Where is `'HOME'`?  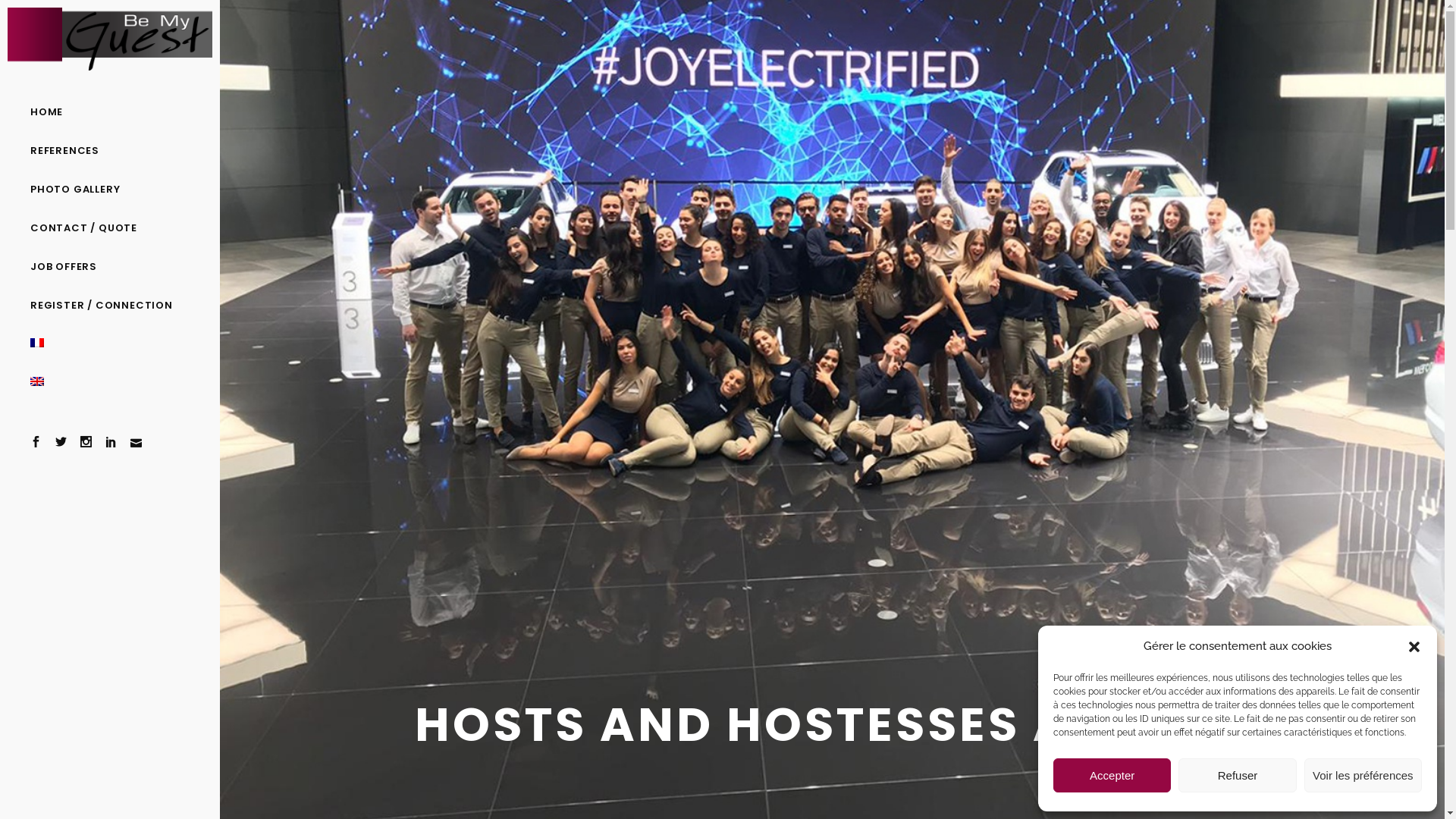
'HOME' is located at coordinates (108, 111).